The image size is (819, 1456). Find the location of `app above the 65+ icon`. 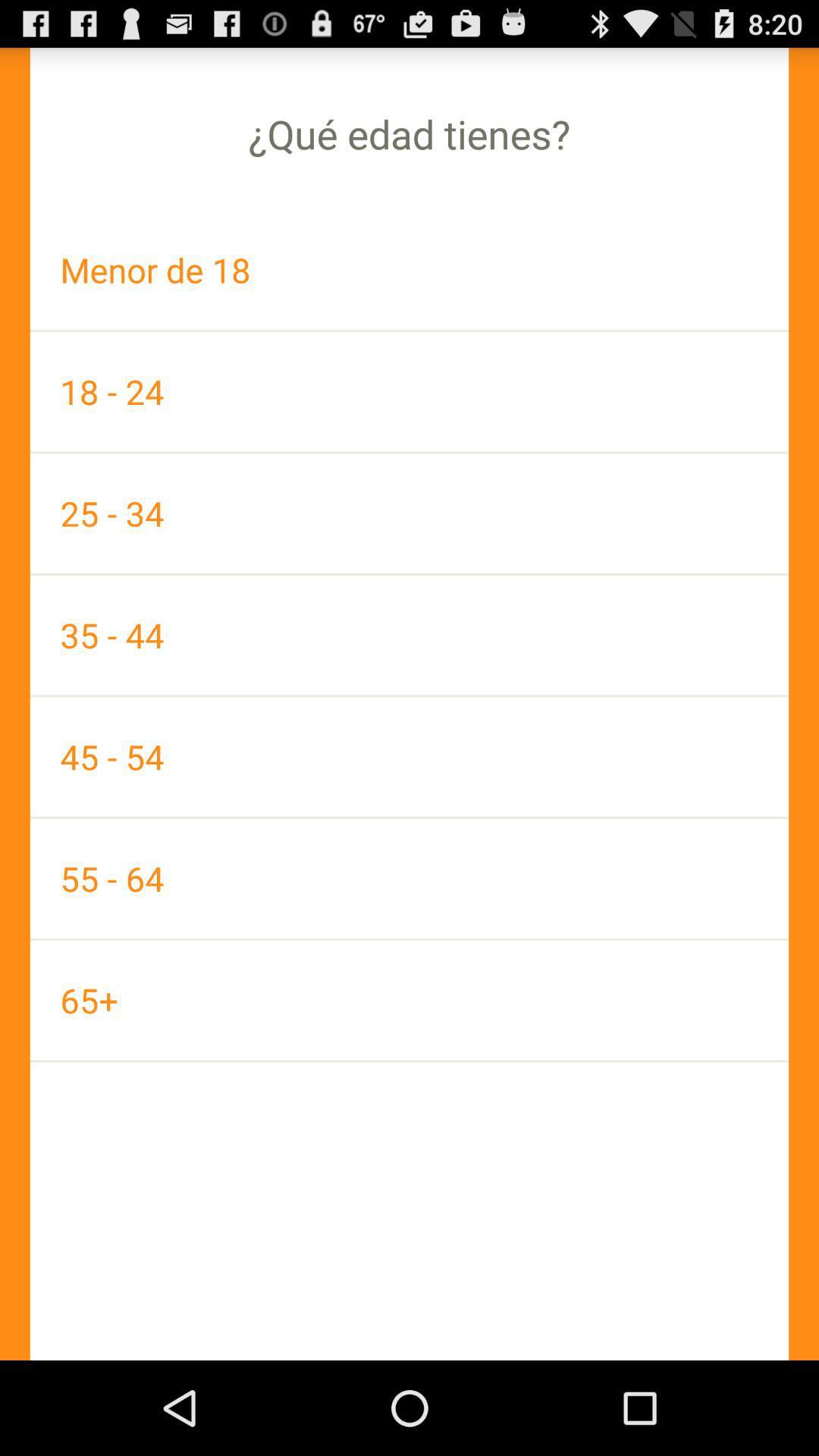

app above the 65+ icon is located at coordinates (409, 878).